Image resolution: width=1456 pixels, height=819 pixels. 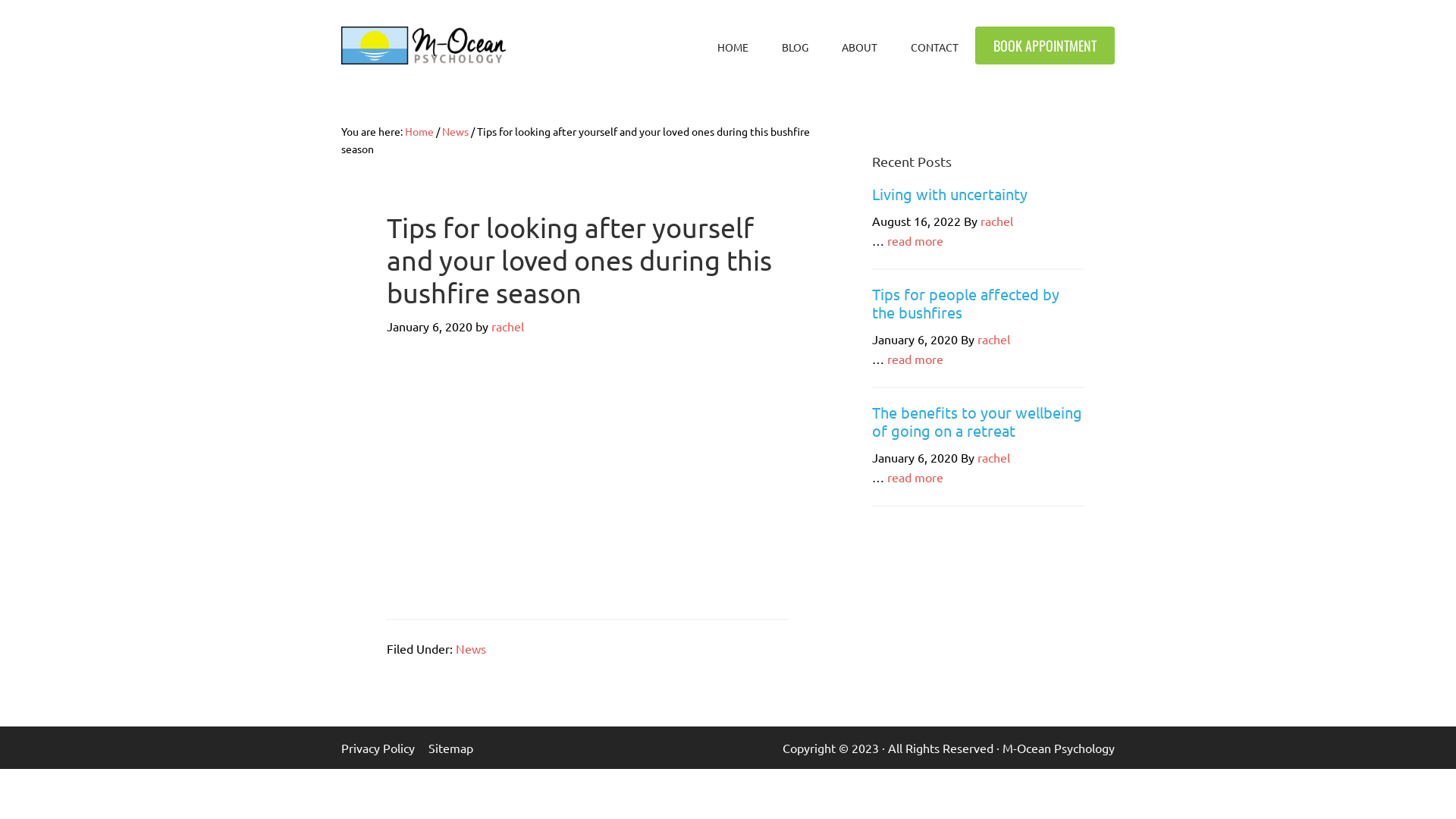 What do you see at coordinates (384, 747) in the screenshot?
I see `'Privacy Policy'` at bounding box center [384, 747].